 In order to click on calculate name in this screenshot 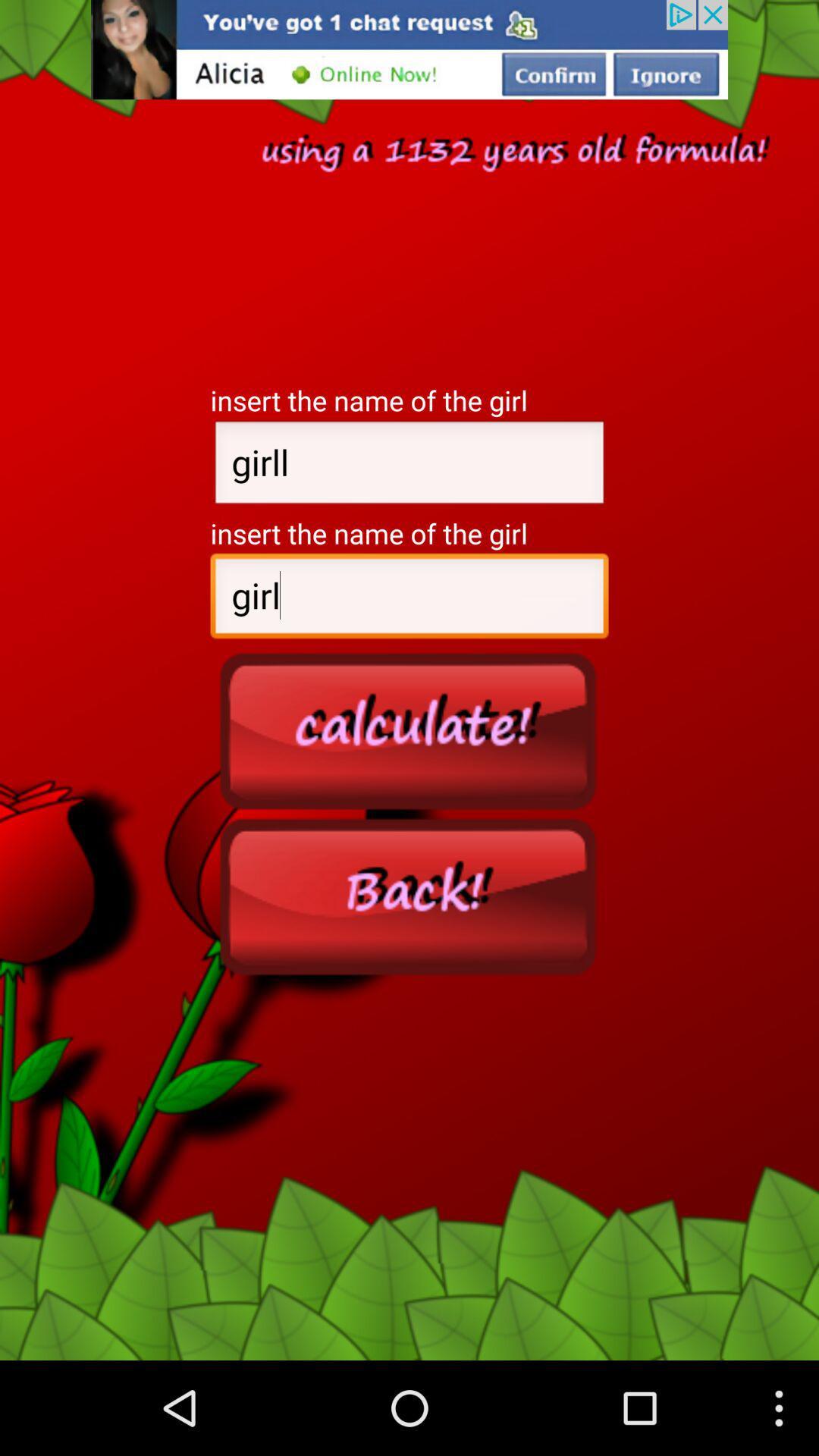, I will do `click(409, 730)`.